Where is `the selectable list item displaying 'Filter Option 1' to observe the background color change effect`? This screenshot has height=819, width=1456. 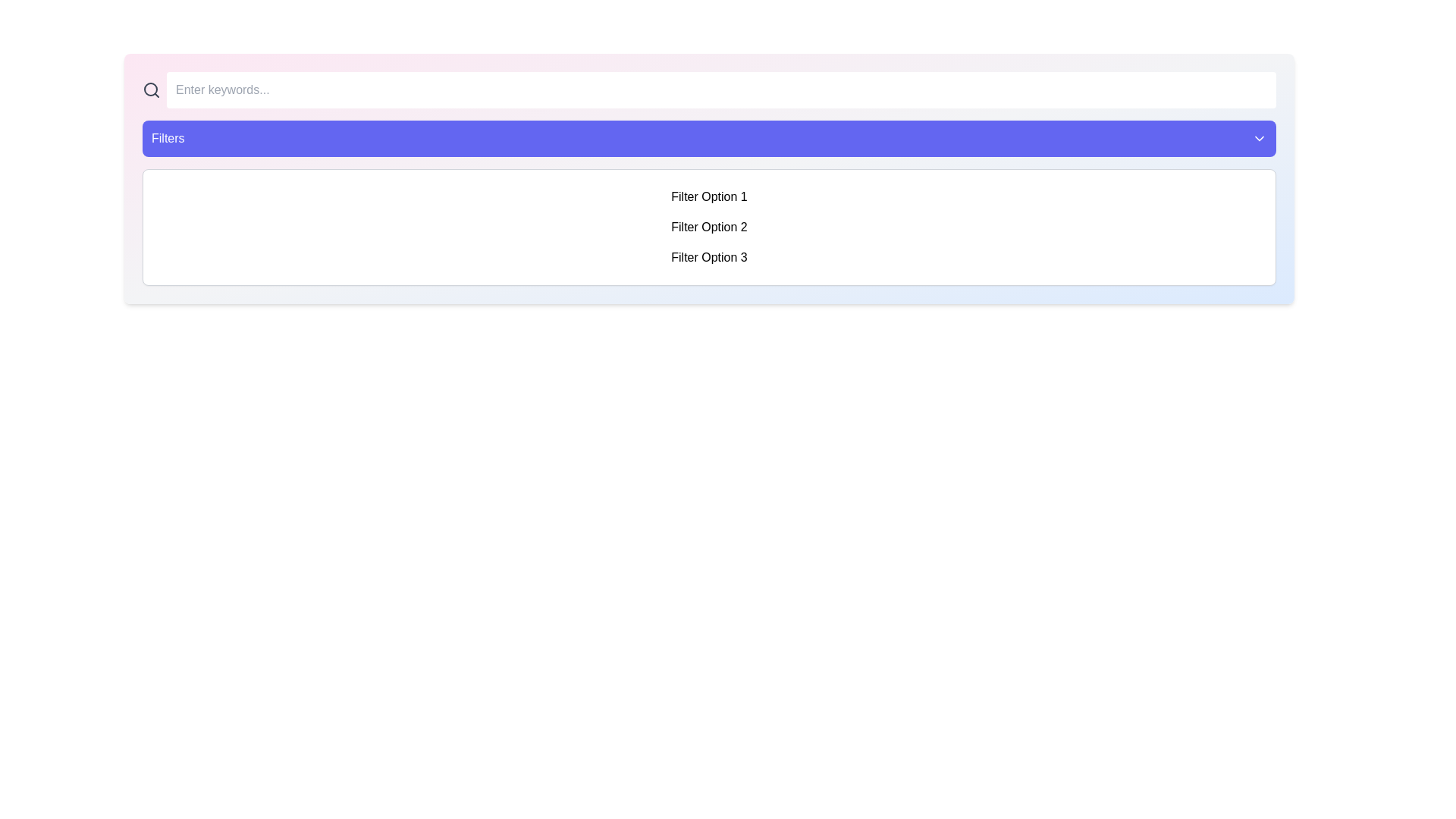 the selectable list item displaying 'Filter Option 1' to observe the background color change effect is located at coordinates (708, 196).